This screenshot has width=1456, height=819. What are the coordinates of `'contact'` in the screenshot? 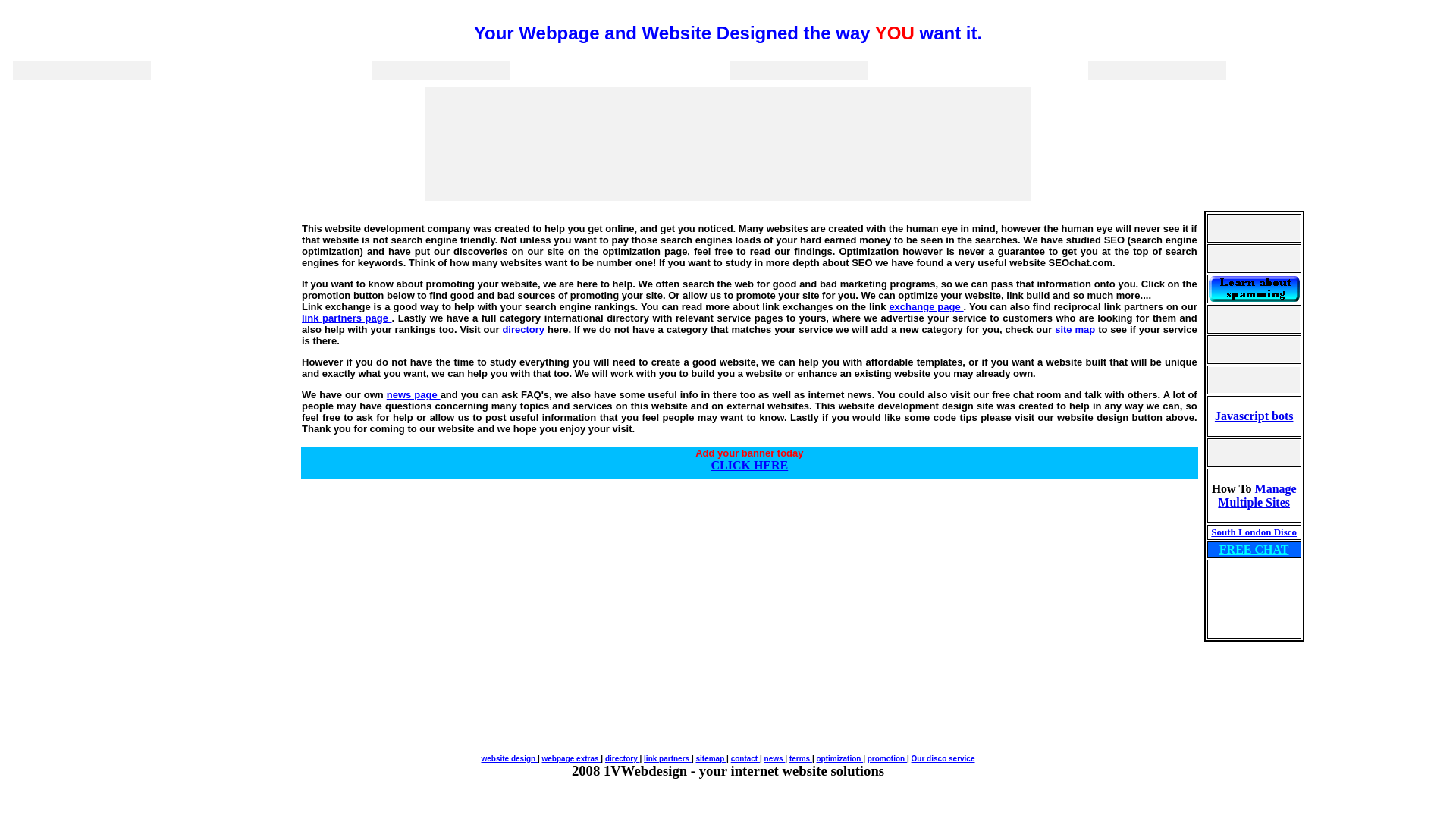 It's located at (745, 758).